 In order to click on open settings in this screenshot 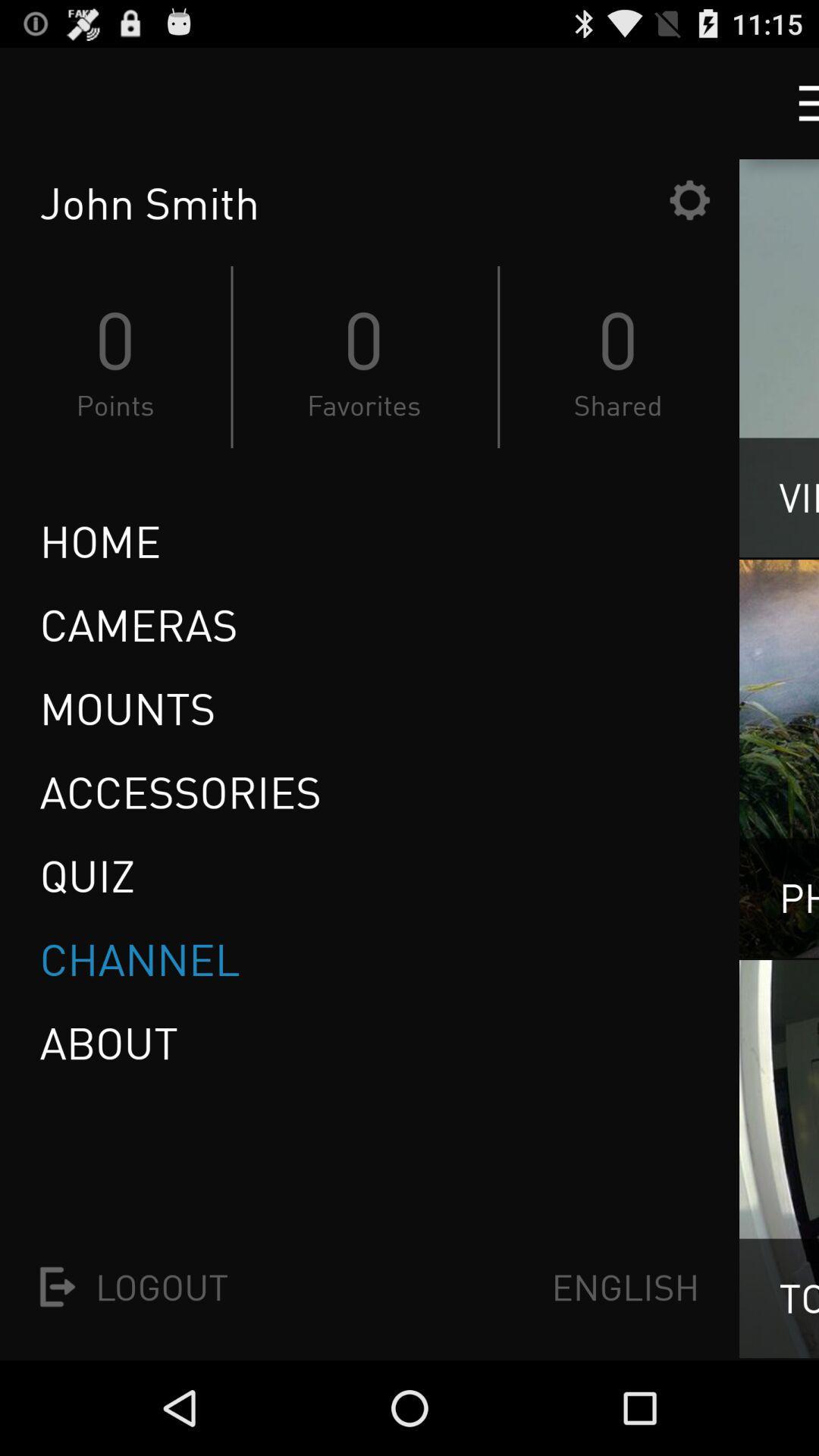, I will do `click(689, 199)`.